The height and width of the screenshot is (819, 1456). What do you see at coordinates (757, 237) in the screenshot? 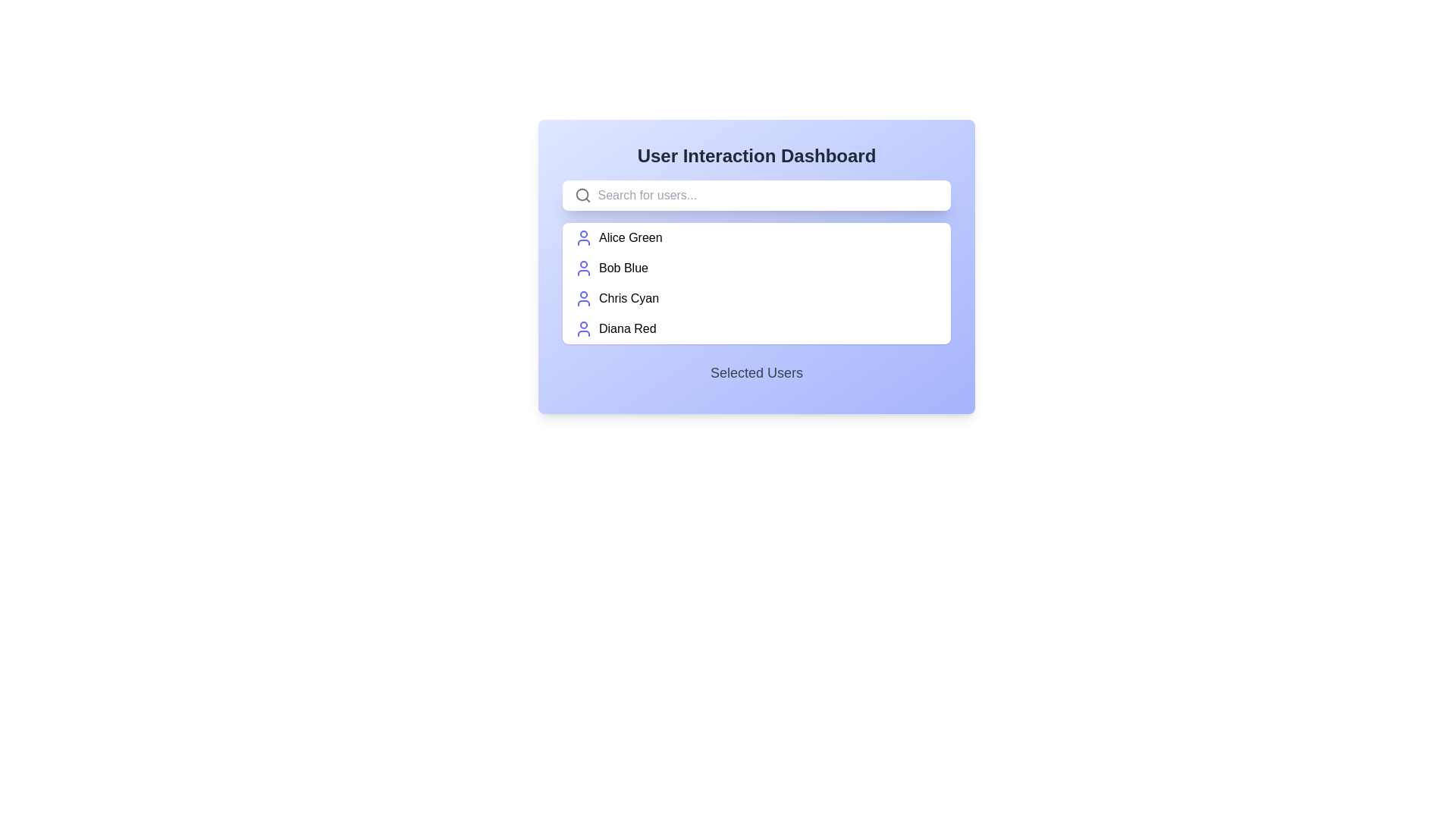
I see `the user list item titled 'Alice Green'` at bounding box center [757, 237].